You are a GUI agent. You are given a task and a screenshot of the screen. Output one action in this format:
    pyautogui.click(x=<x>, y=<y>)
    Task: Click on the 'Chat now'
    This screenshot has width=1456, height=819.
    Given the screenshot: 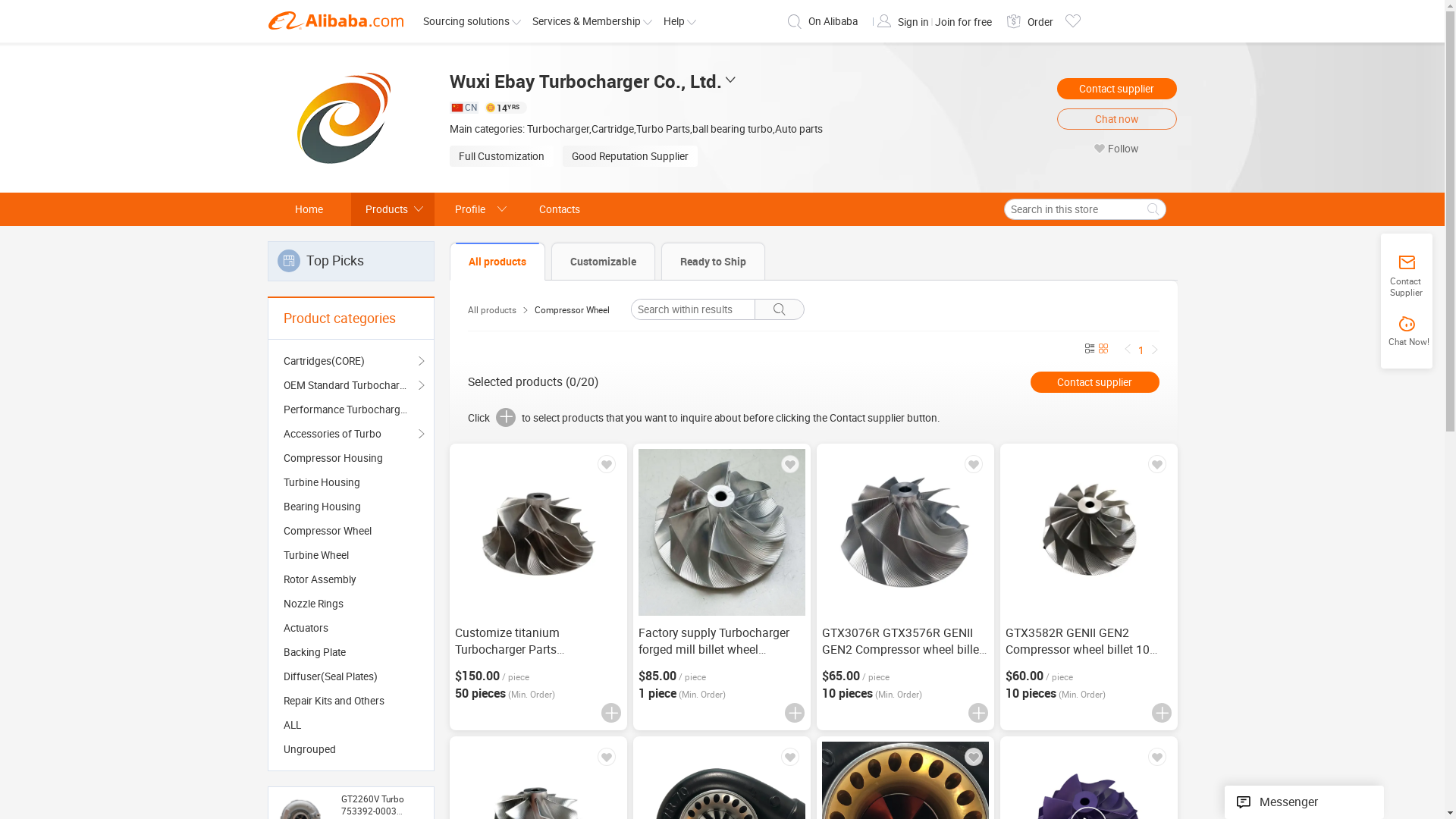 What is the action you would take?
    pyautogui.click(x=1117, y=118)
    